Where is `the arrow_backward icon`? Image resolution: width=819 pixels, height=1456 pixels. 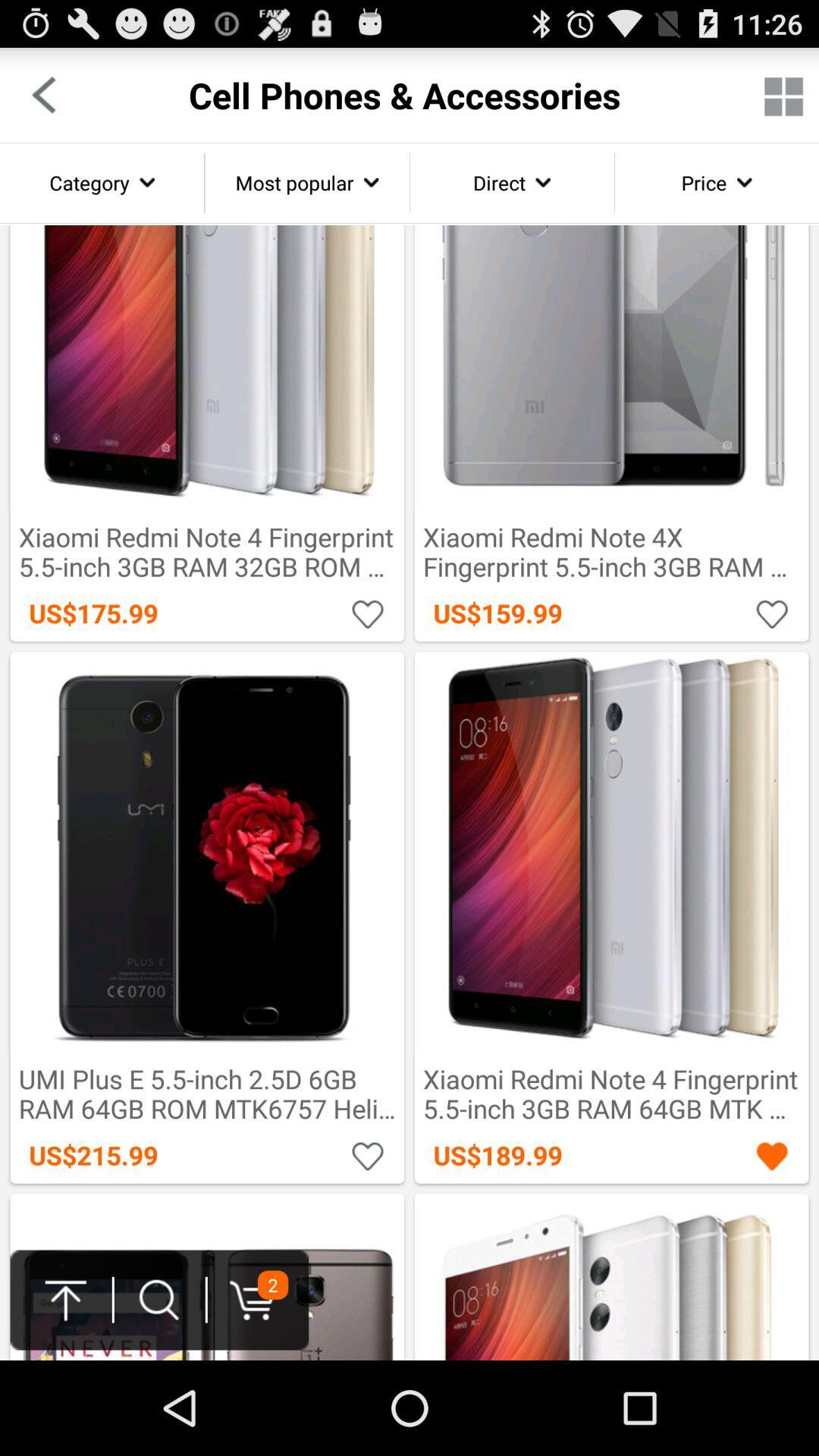
the arrow_backward icon is located at coordinates (42, 101).